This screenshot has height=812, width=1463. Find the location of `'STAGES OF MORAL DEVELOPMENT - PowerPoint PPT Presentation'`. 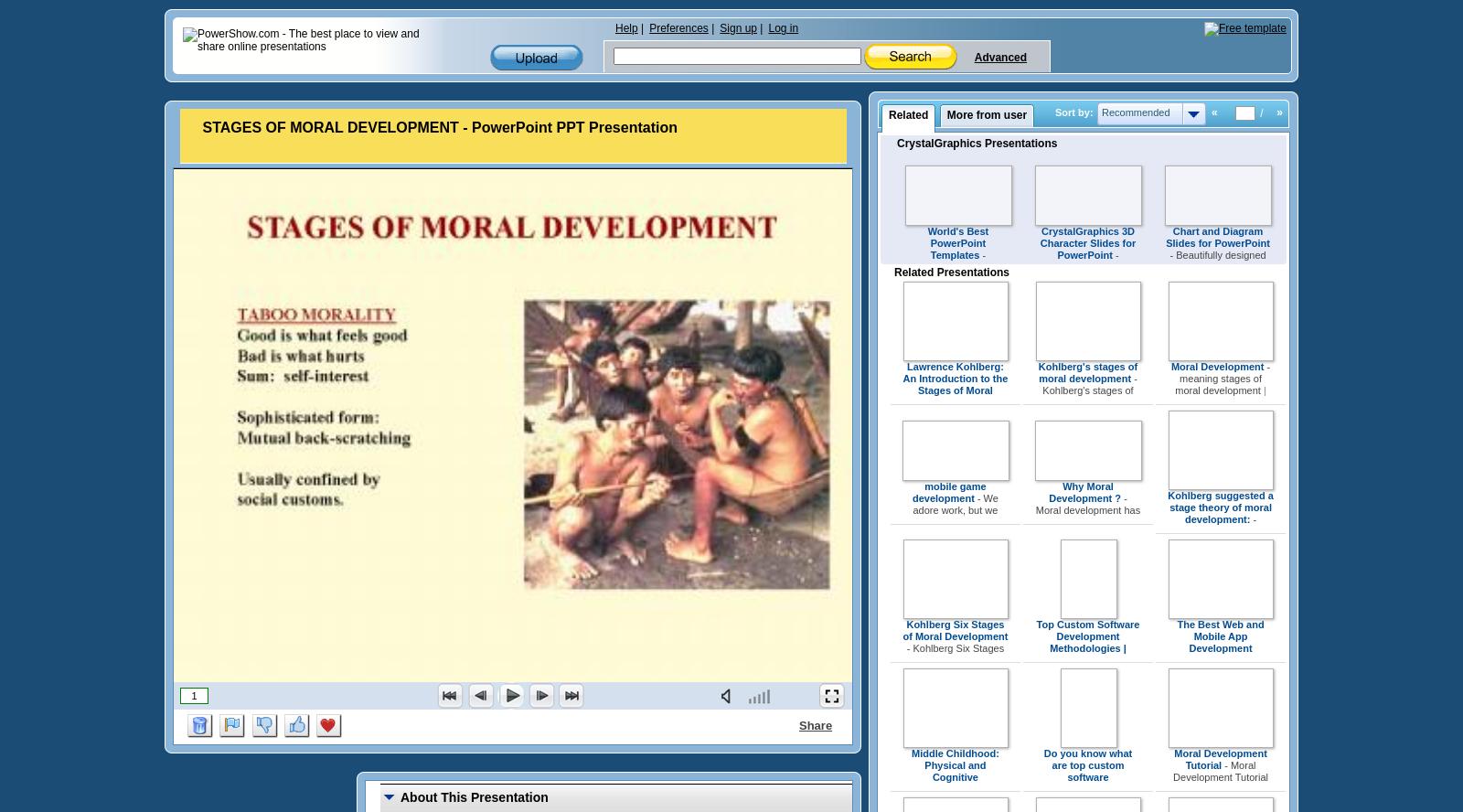

'STAGES OF MORAL DEVELOPMENT - PowerPoint PPT Presentation' is located at coordinates (438, 127).